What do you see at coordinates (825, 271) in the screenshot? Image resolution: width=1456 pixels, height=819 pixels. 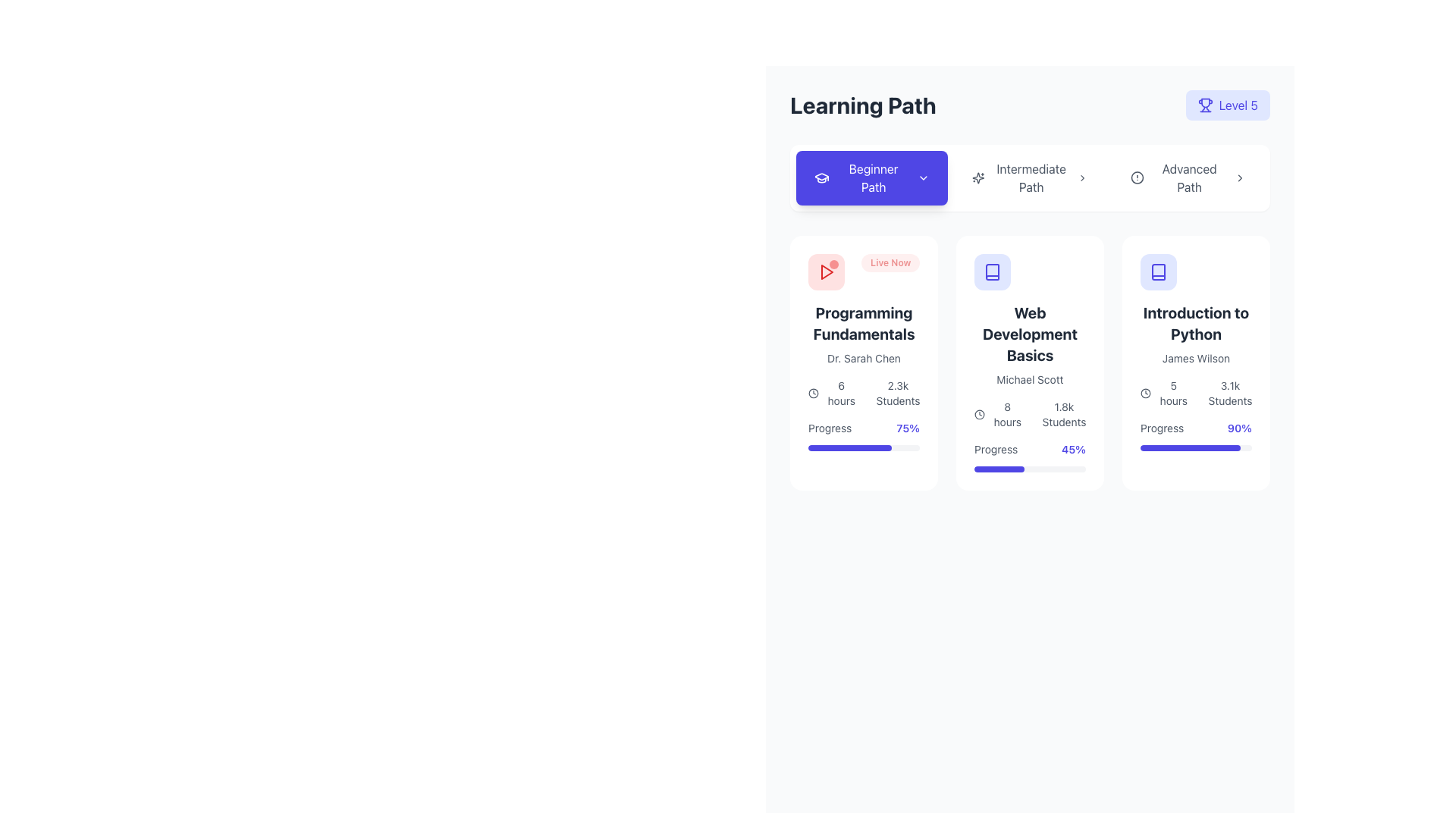 I see `the red play button located` at bounding box center [825, 271].